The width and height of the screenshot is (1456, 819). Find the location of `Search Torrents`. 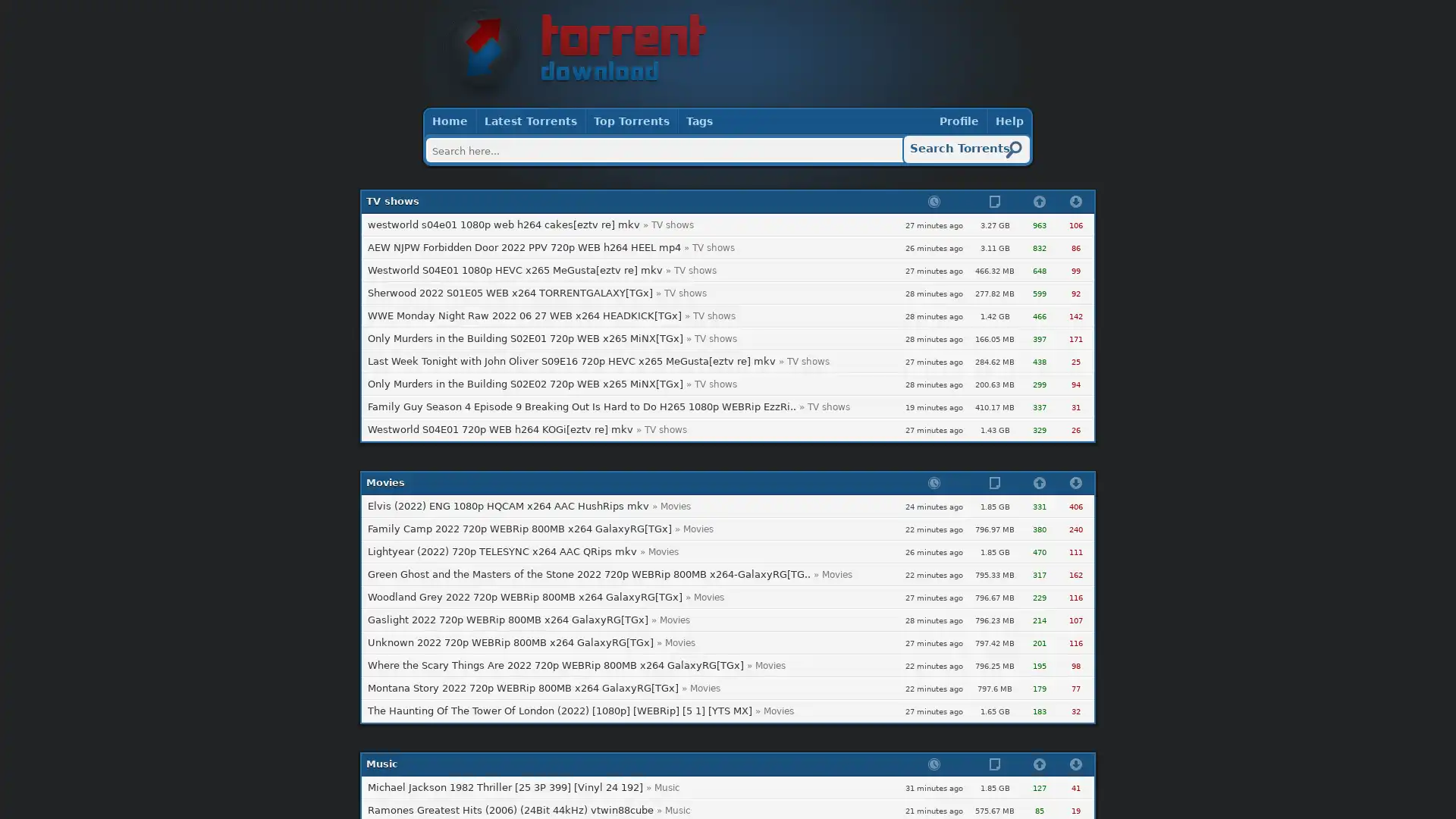

Search Torrents is located at coordinates (966, 149).